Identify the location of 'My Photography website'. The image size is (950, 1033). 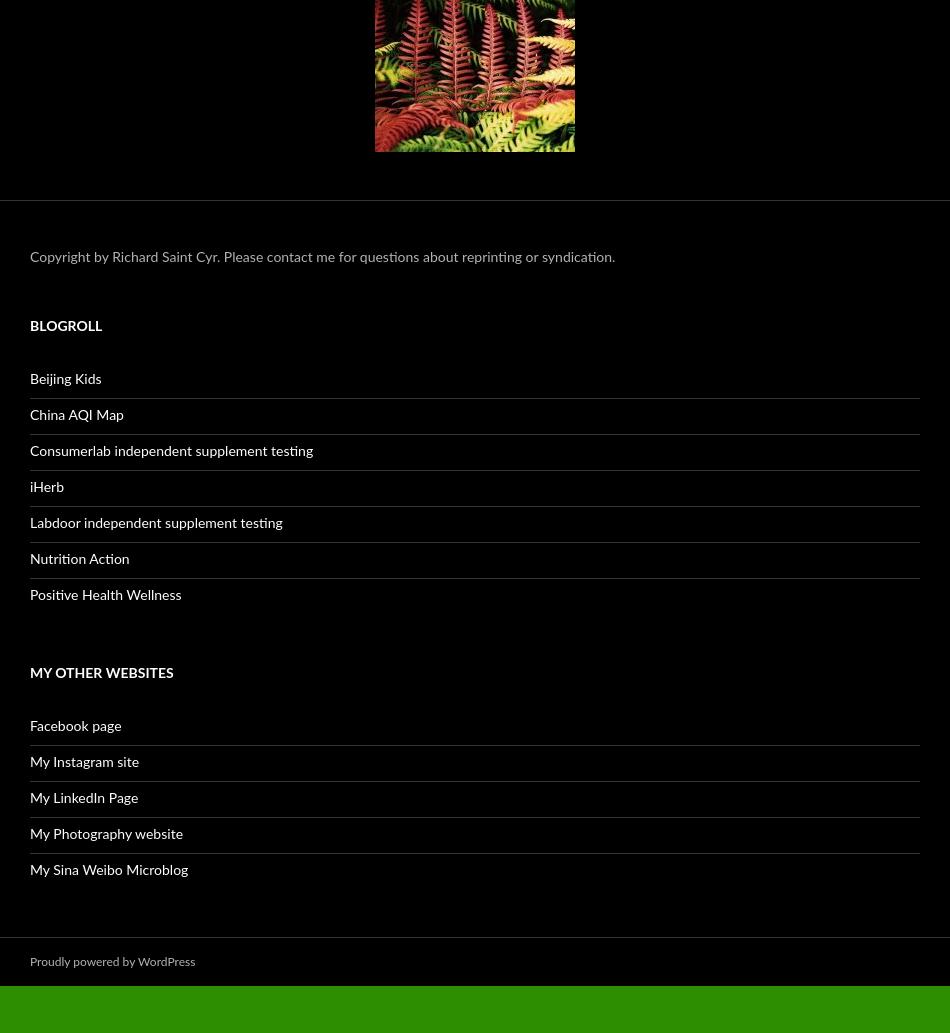
(106, 834).